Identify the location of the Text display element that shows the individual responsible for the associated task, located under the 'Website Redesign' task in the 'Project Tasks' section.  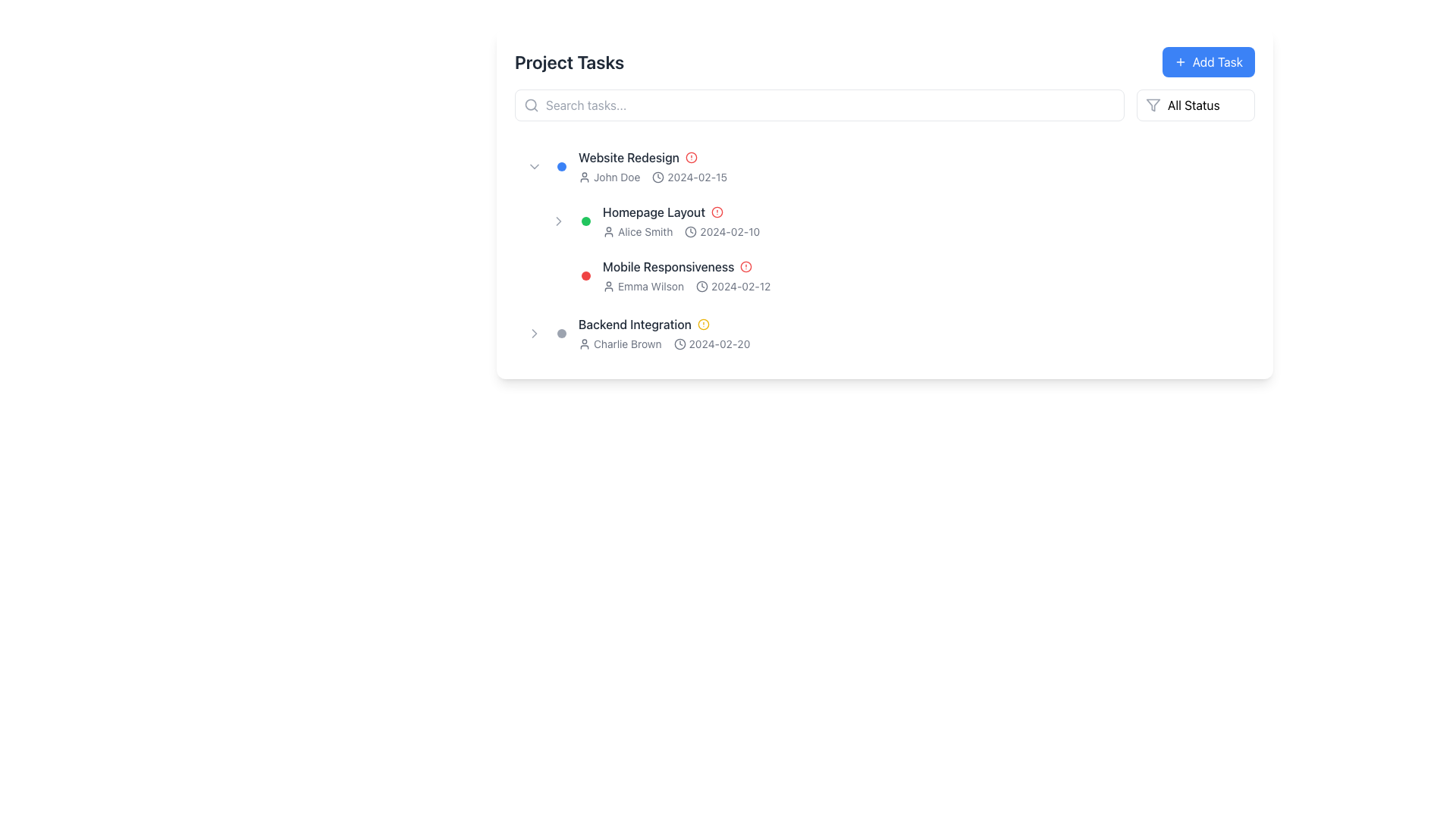
(617, 177).